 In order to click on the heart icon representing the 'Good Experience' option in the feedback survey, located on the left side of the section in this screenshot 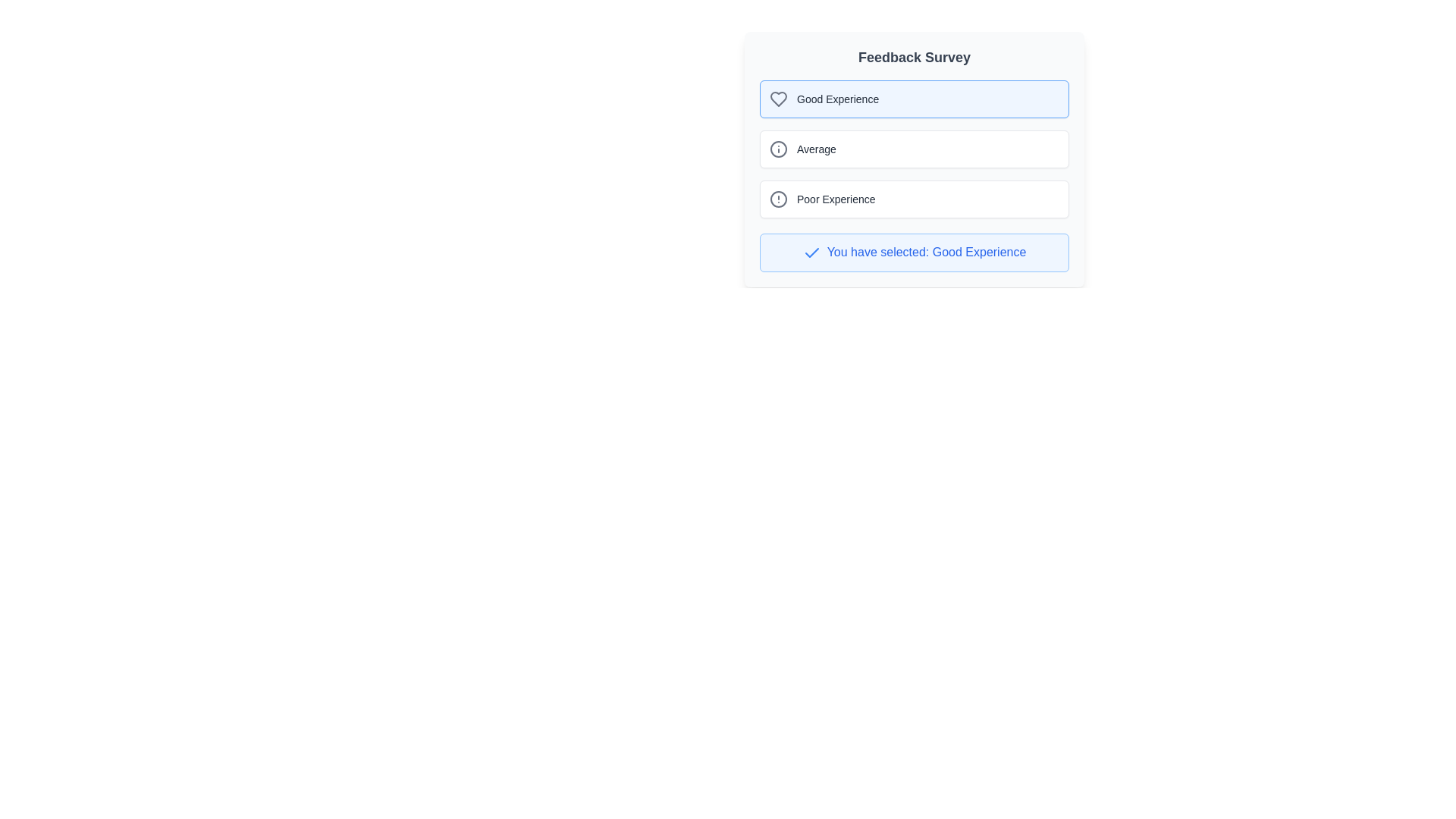, I will do `click(779, 99)`.